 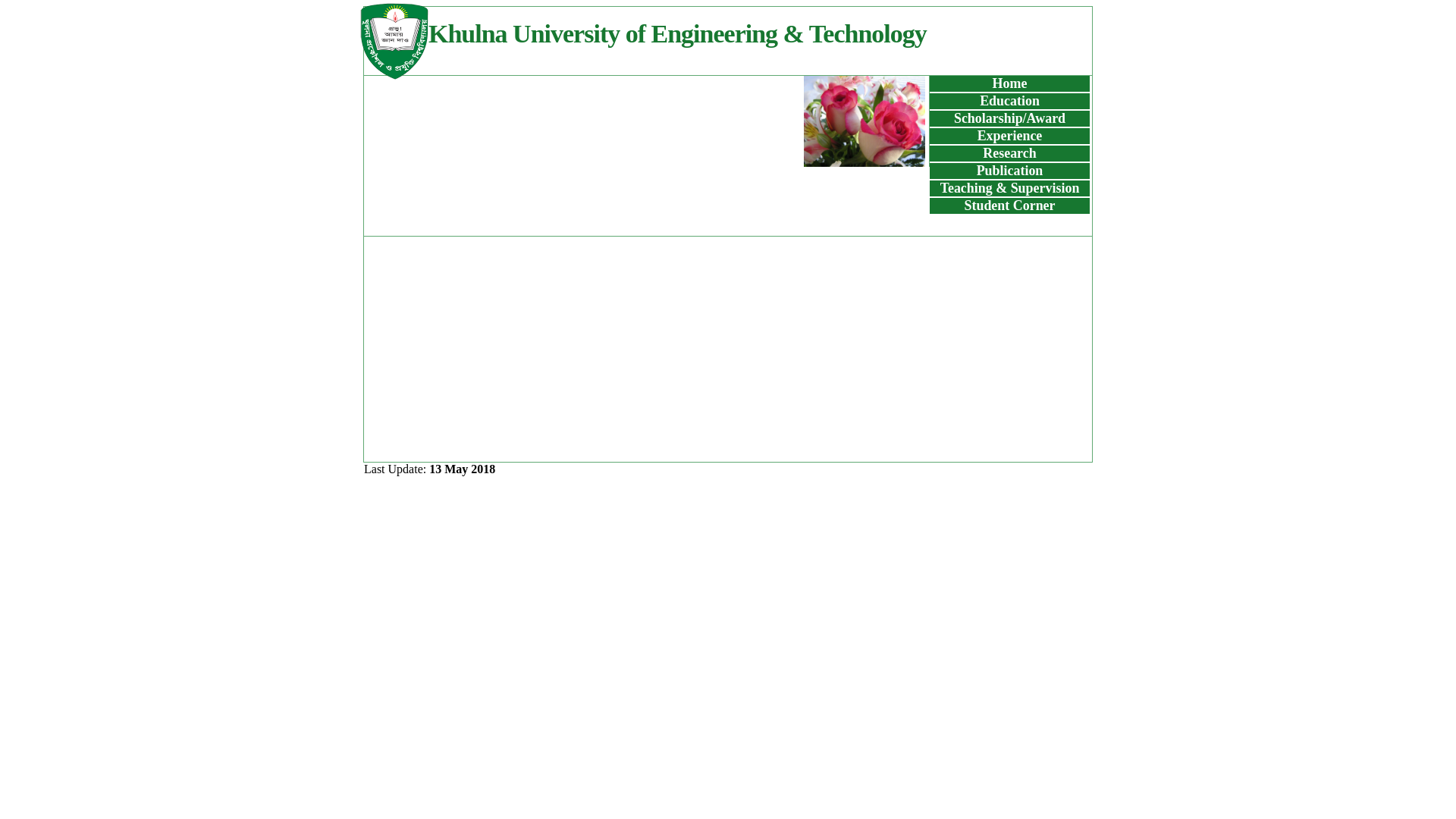 What do you see at coordinates (1010, 187) in the screenshot?
I see `'Teaching & Supervision'` at bounding box center [1010, 187].